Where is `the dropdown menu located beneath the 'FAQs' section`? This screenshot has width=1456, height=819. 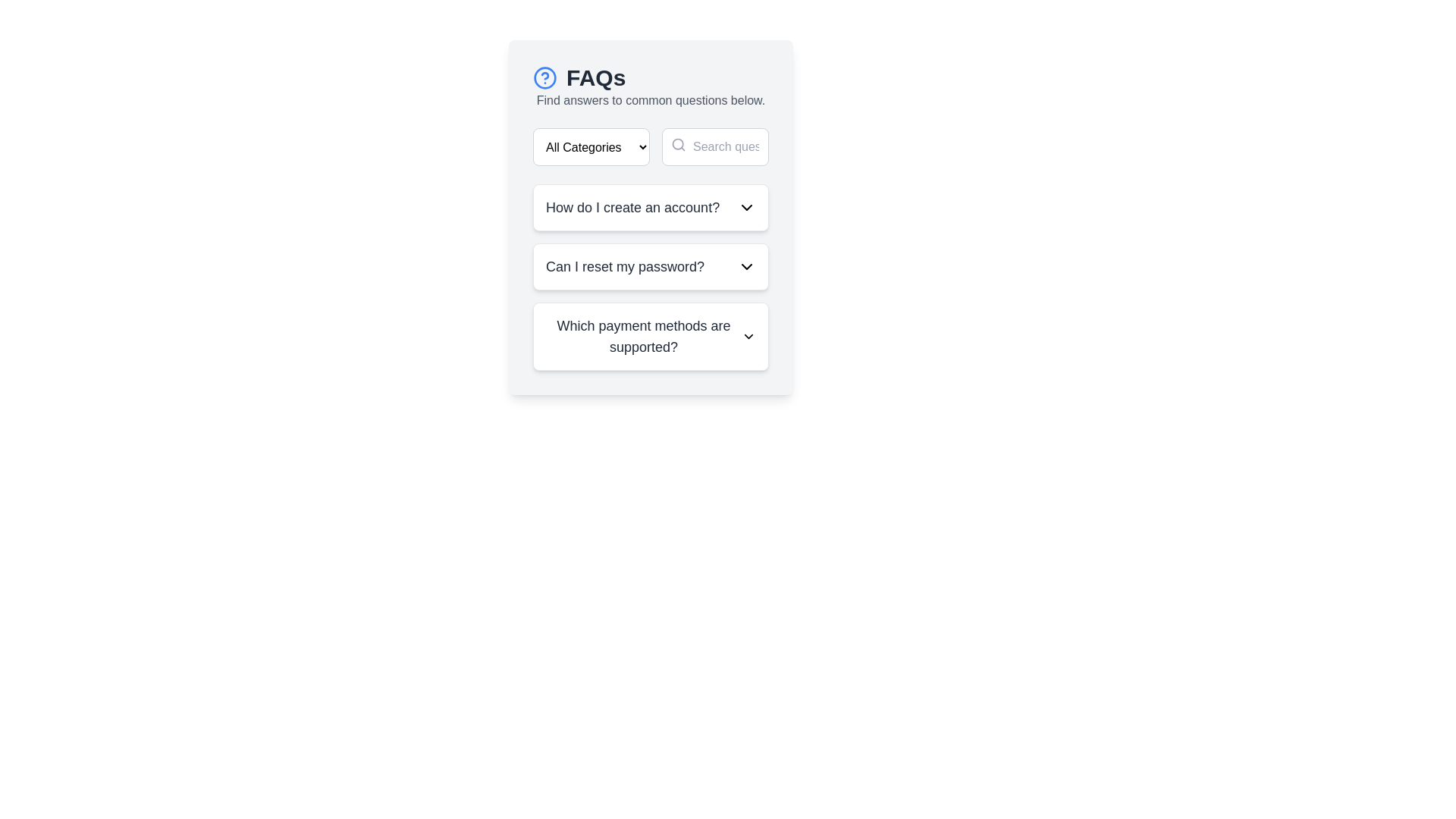 the dropdown menu located beneath the 'FAQs' section is located at coordinates (590, 146).